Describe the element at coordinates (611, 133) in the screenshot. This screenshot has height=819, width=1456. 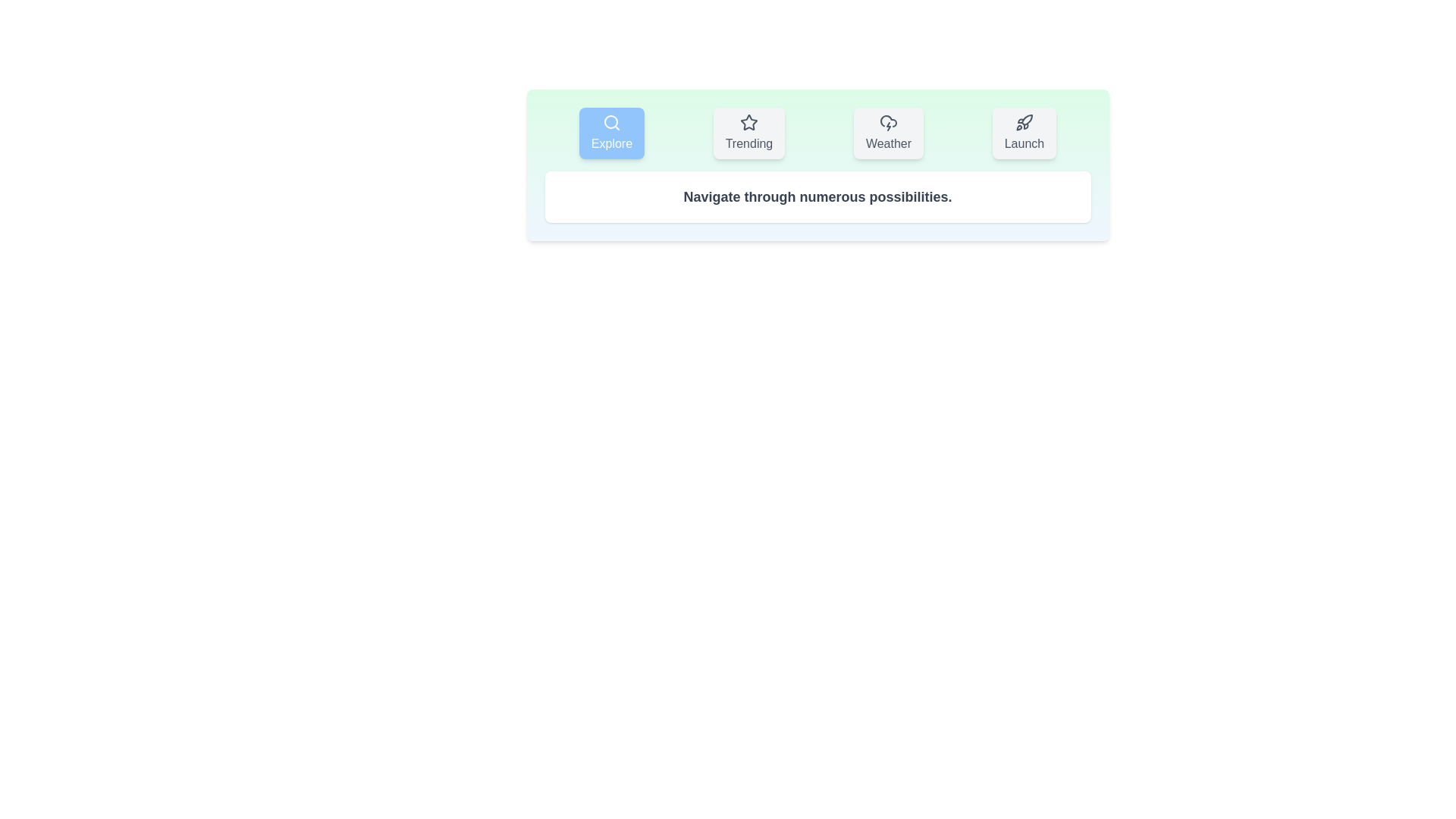
I see `the Explore tab to view its content` at that location.